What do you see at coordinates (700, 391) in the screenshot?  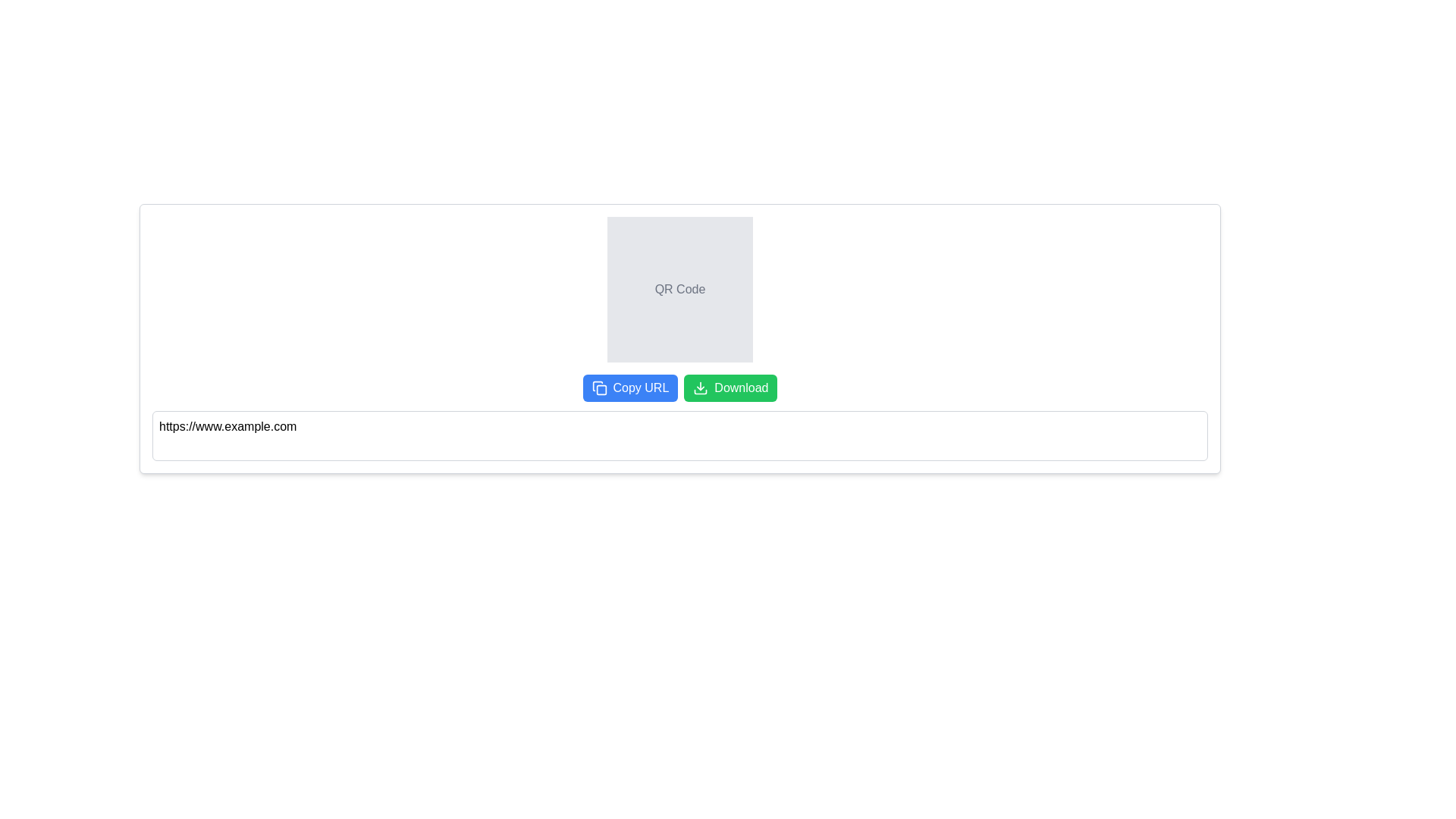 I see `the appearance of the curved line resembling an arc in the download icon located below the QR Code, positioned to the left of the 'Download' button` at bounding box center [700, 391].